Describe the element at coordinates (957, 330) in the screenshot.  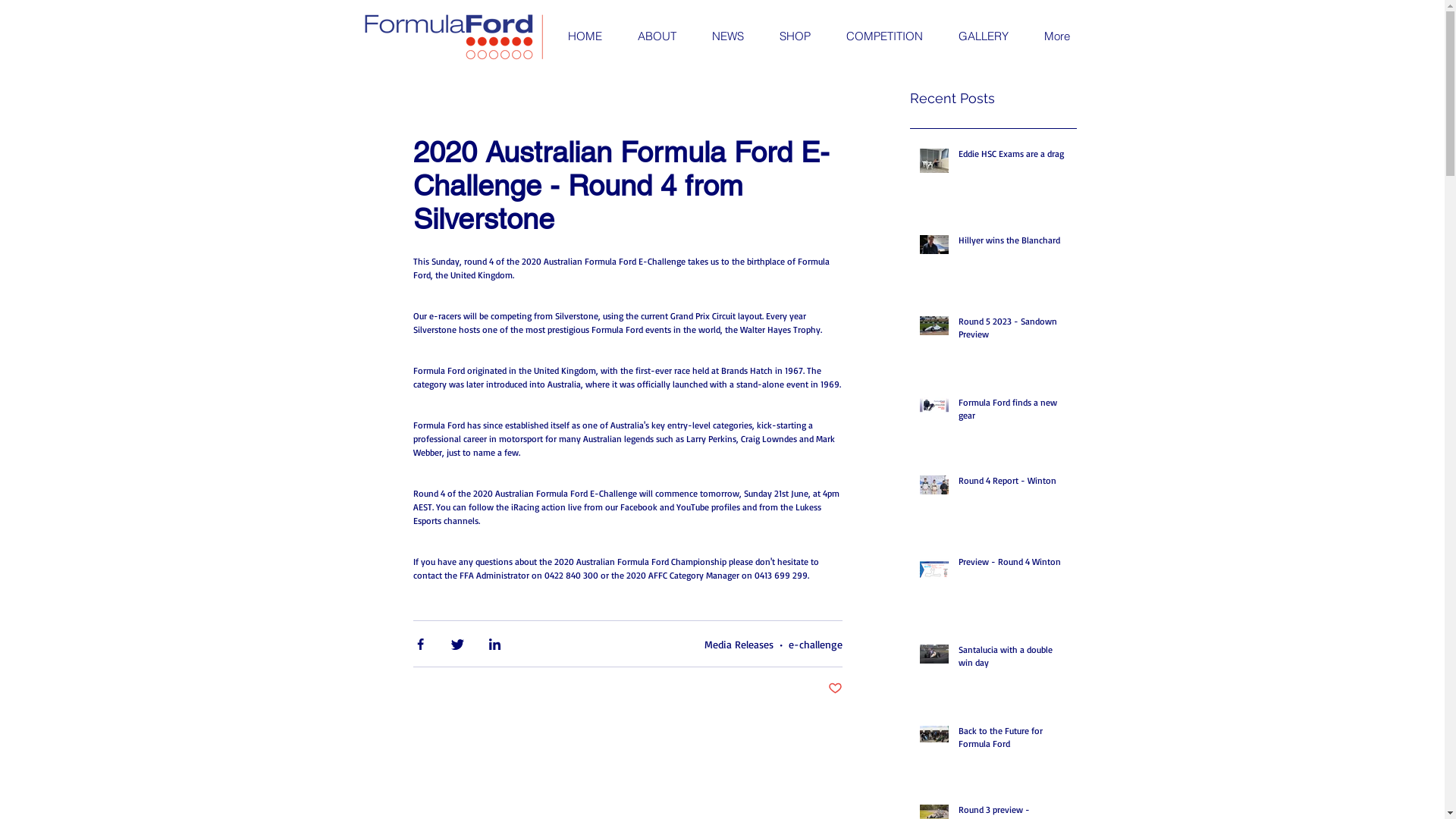
I see `'Round 5 2023 - Sandown Preview'` at that location.